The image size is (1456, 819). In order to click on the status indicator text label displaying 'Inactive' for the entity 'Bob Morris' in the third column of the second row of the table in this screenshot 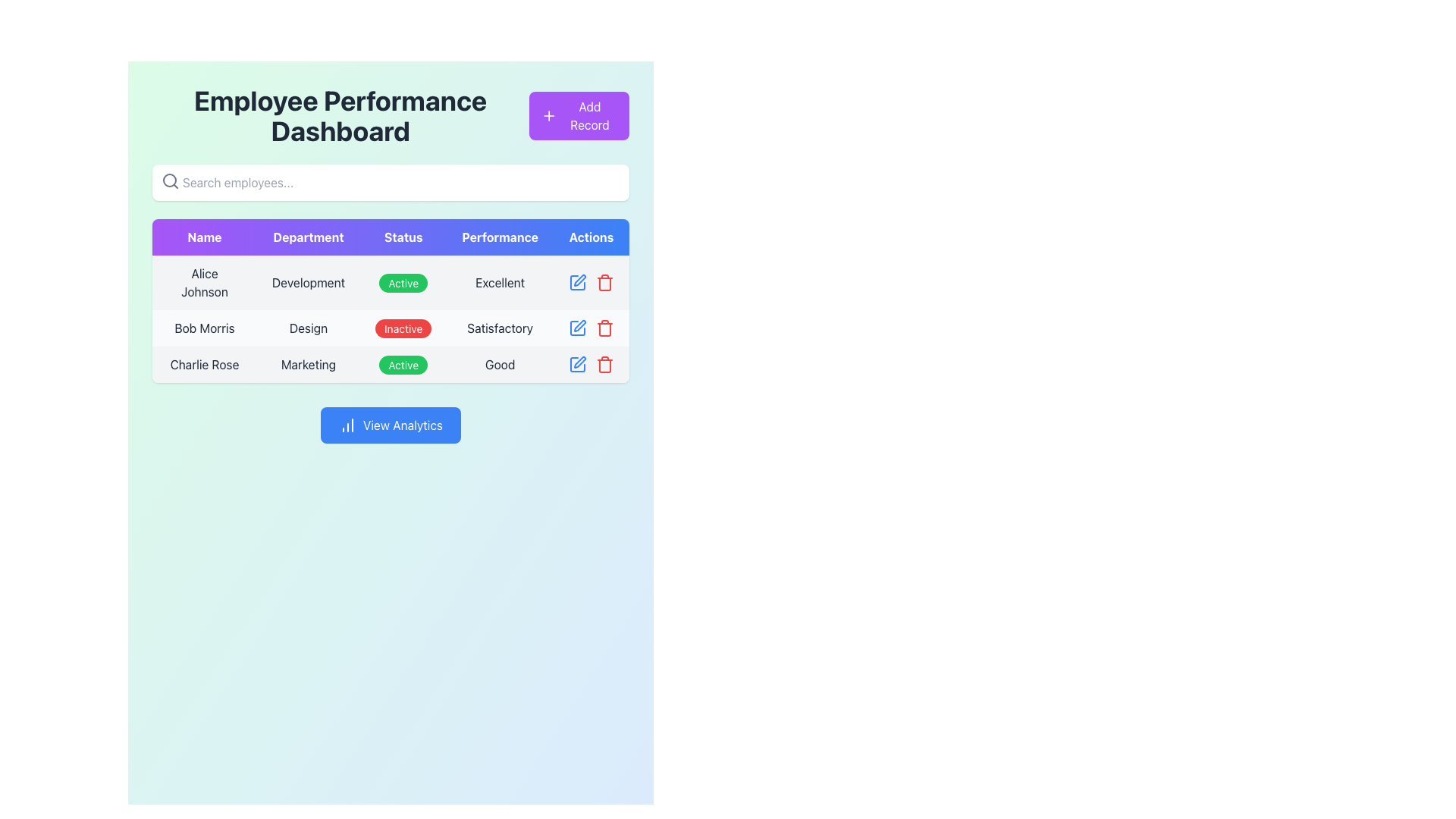, I will do `click(403, 327)`.